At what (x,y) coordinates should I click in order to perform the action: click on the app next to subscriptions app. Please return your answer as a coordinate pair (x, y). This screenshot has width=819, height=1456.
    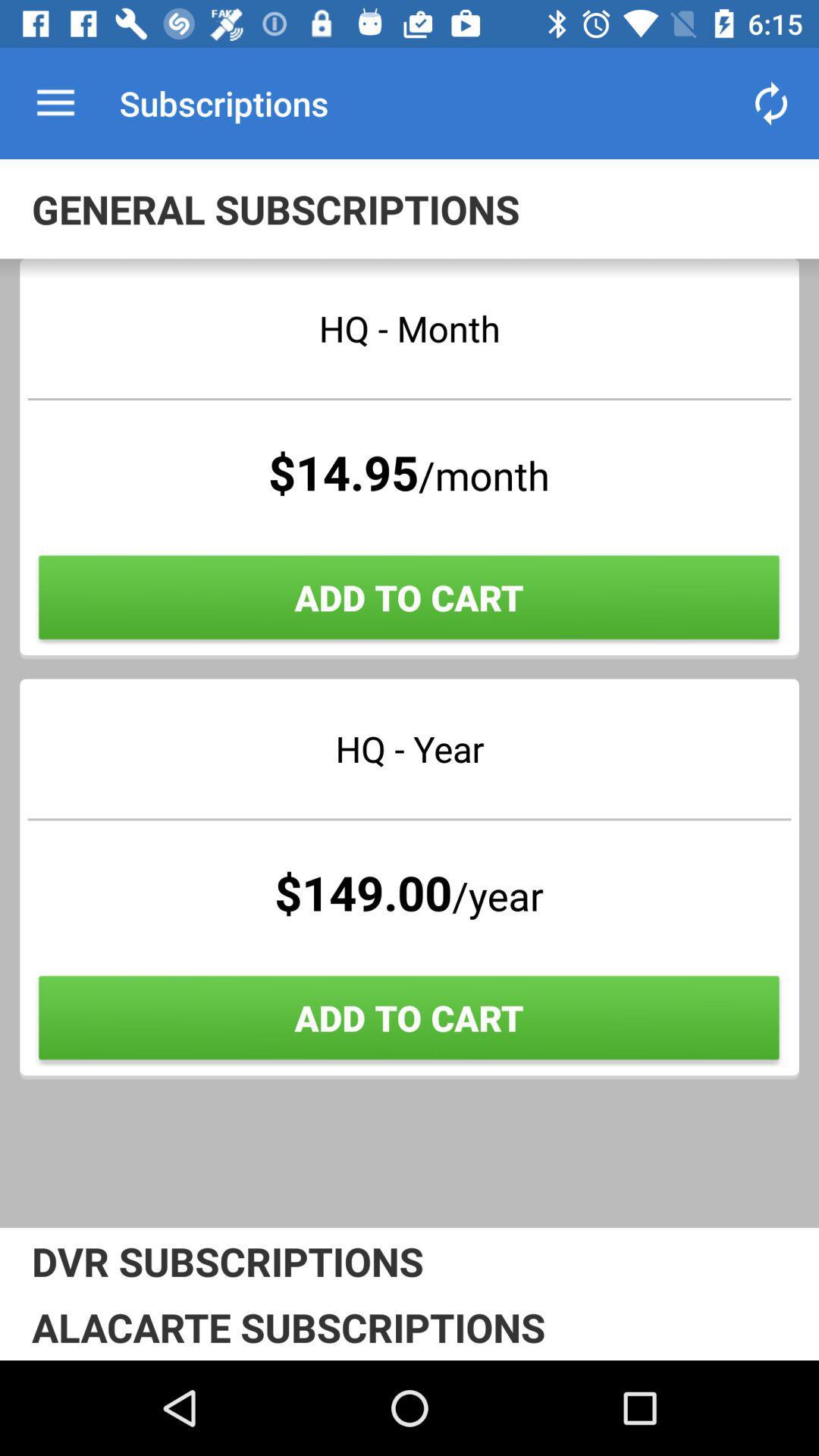
    Looking at the image, I should click on (55, 102).